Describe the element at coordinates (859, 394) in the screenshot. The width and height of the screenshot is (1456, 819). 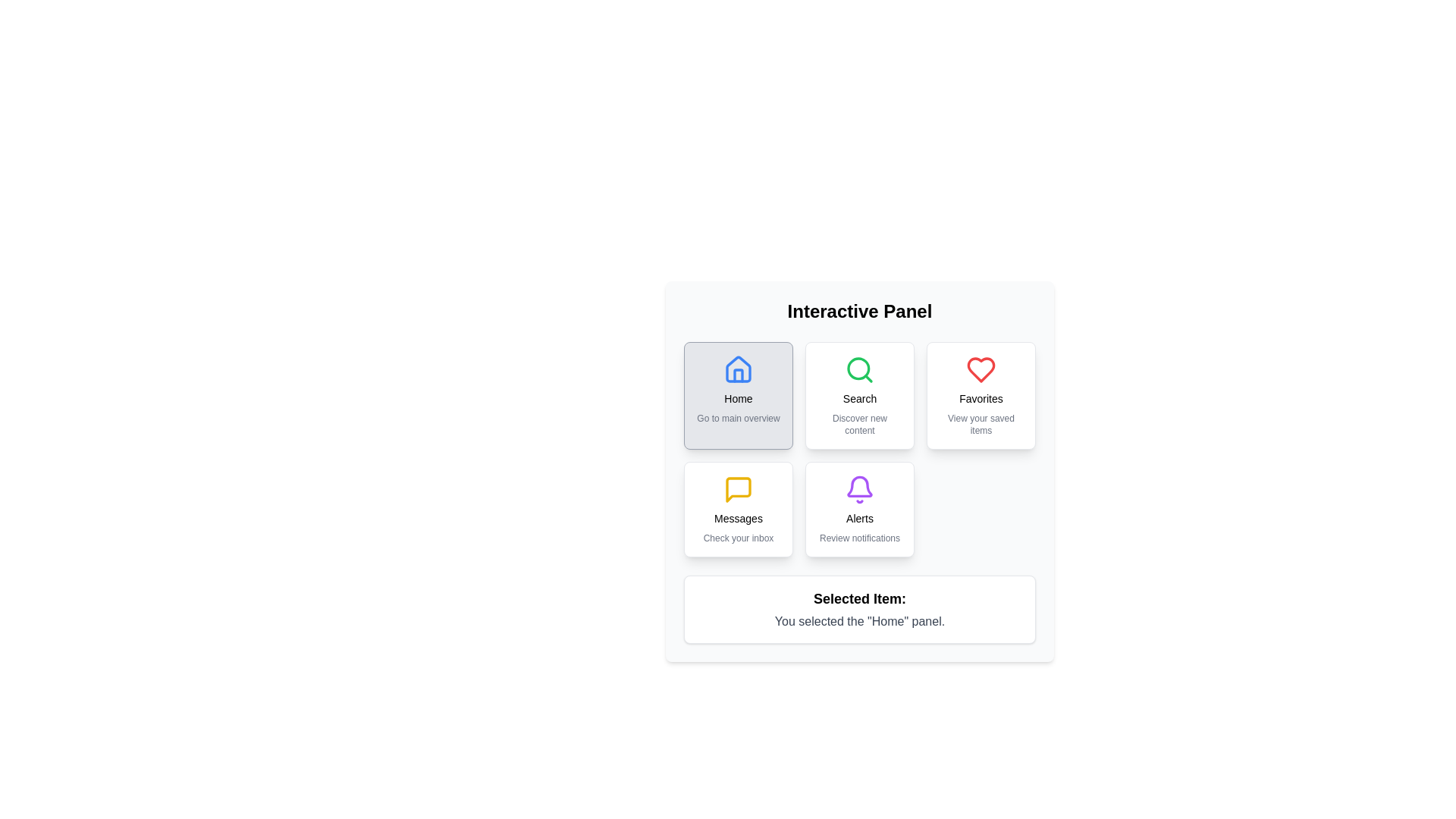
I see `the second card button in the top row of the grid` at that location.